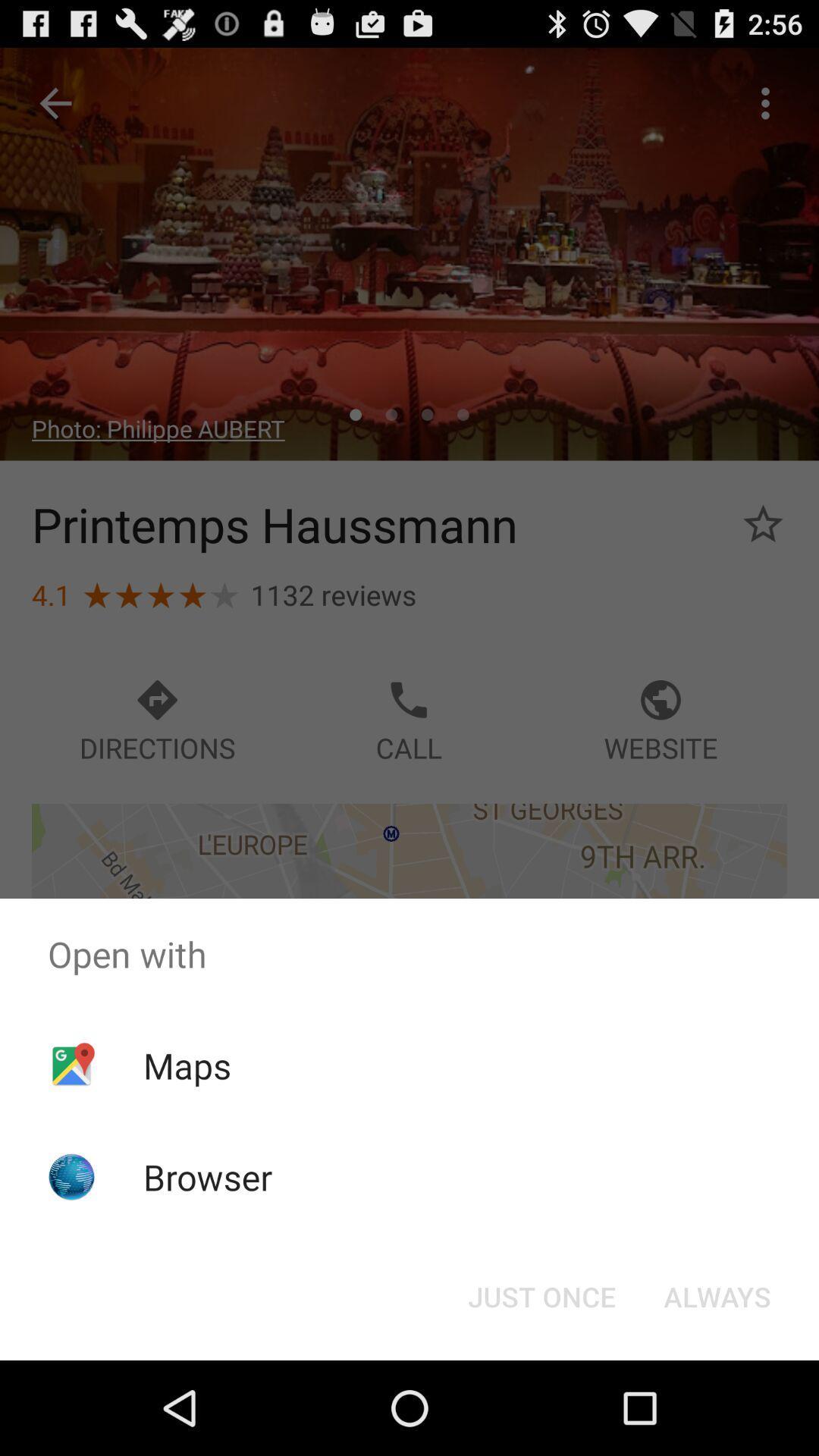 Image resolution: width=819 pixels, height=1456 pixels. I want to click on always icon, so click(717, 1295).